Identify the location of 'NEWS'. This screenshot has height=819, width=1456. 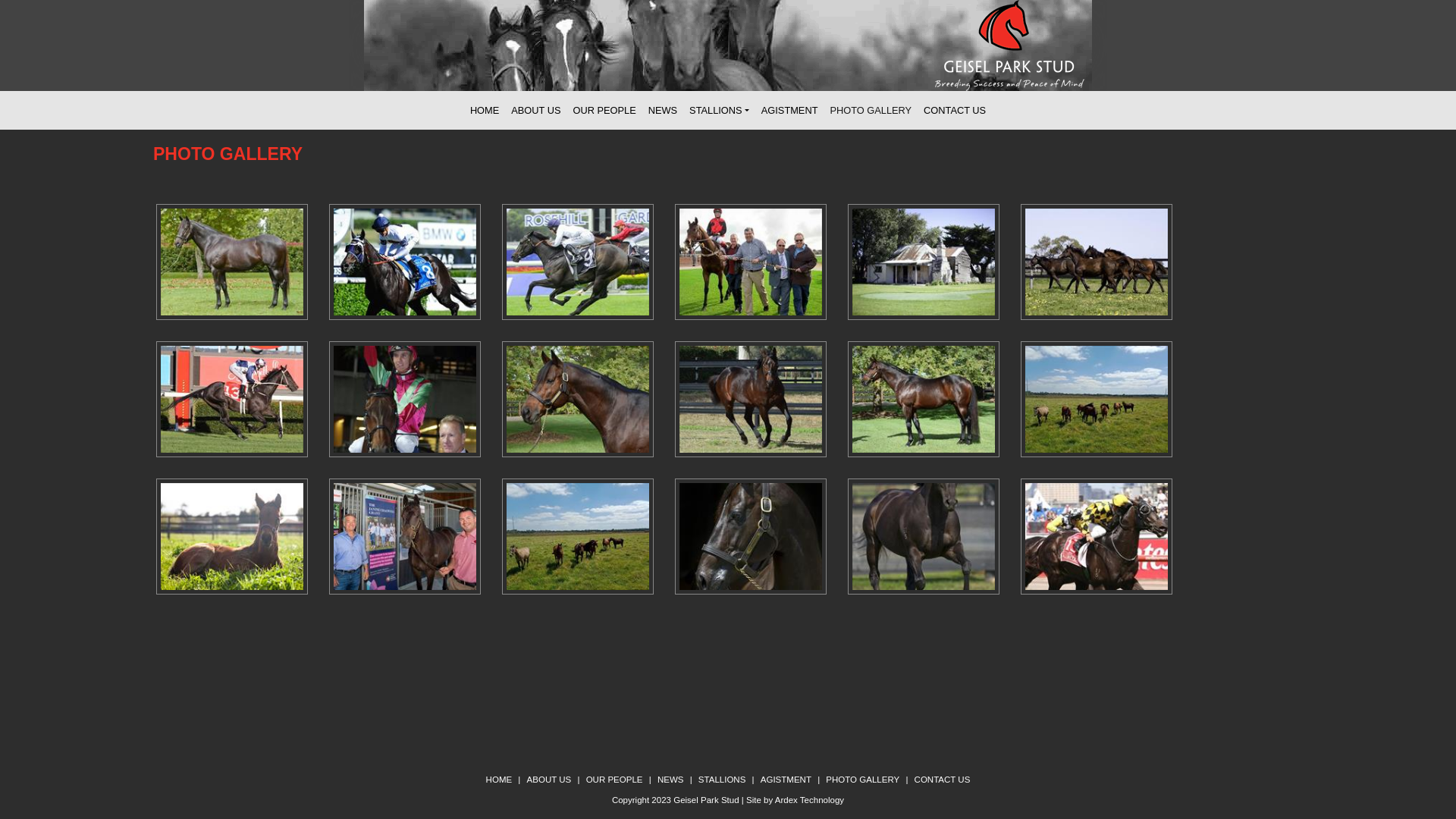
(662, 109).